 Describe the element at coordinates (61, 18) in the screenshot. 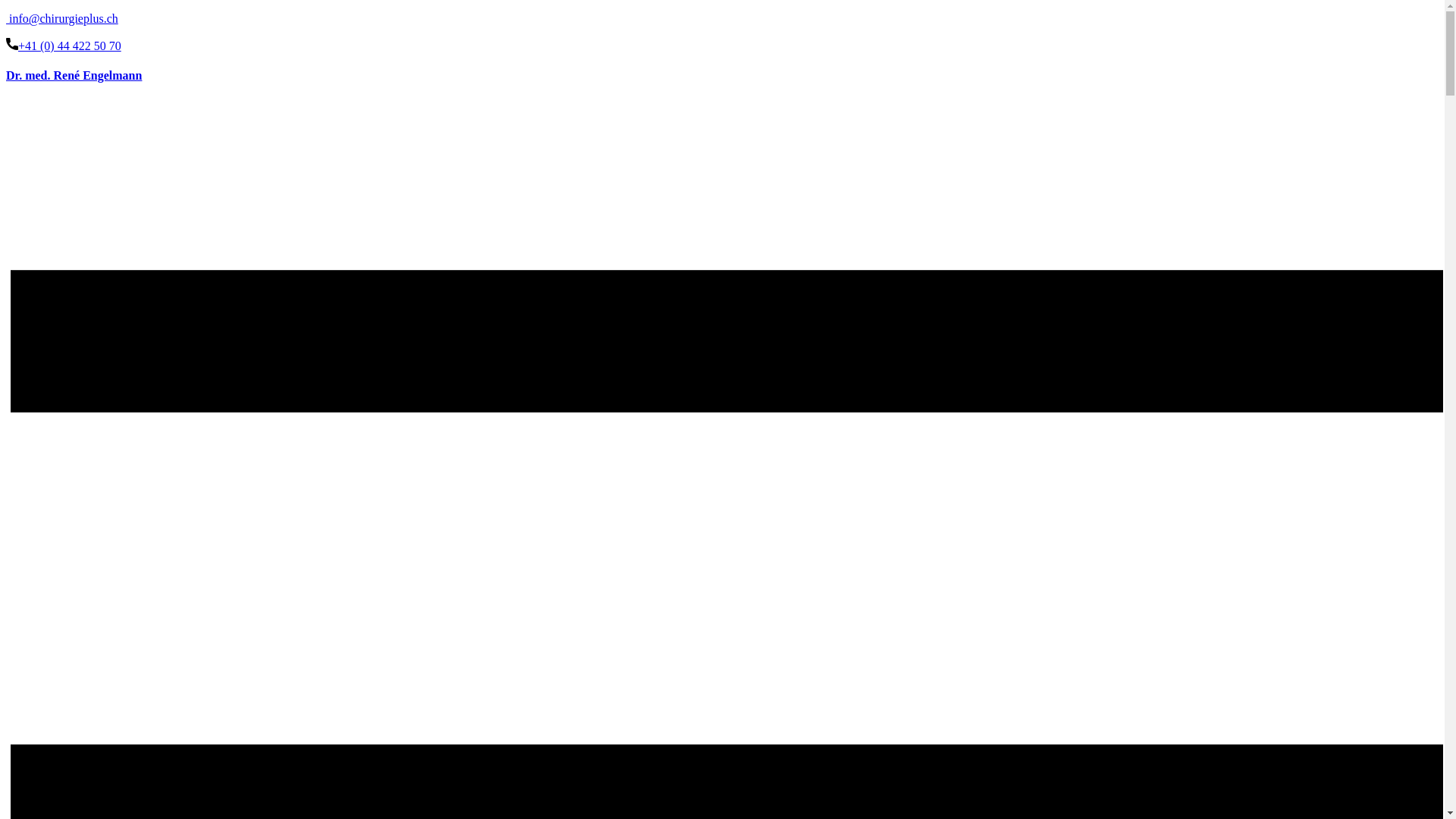

I see `' info@chirurgieplus.ch'` at that location.